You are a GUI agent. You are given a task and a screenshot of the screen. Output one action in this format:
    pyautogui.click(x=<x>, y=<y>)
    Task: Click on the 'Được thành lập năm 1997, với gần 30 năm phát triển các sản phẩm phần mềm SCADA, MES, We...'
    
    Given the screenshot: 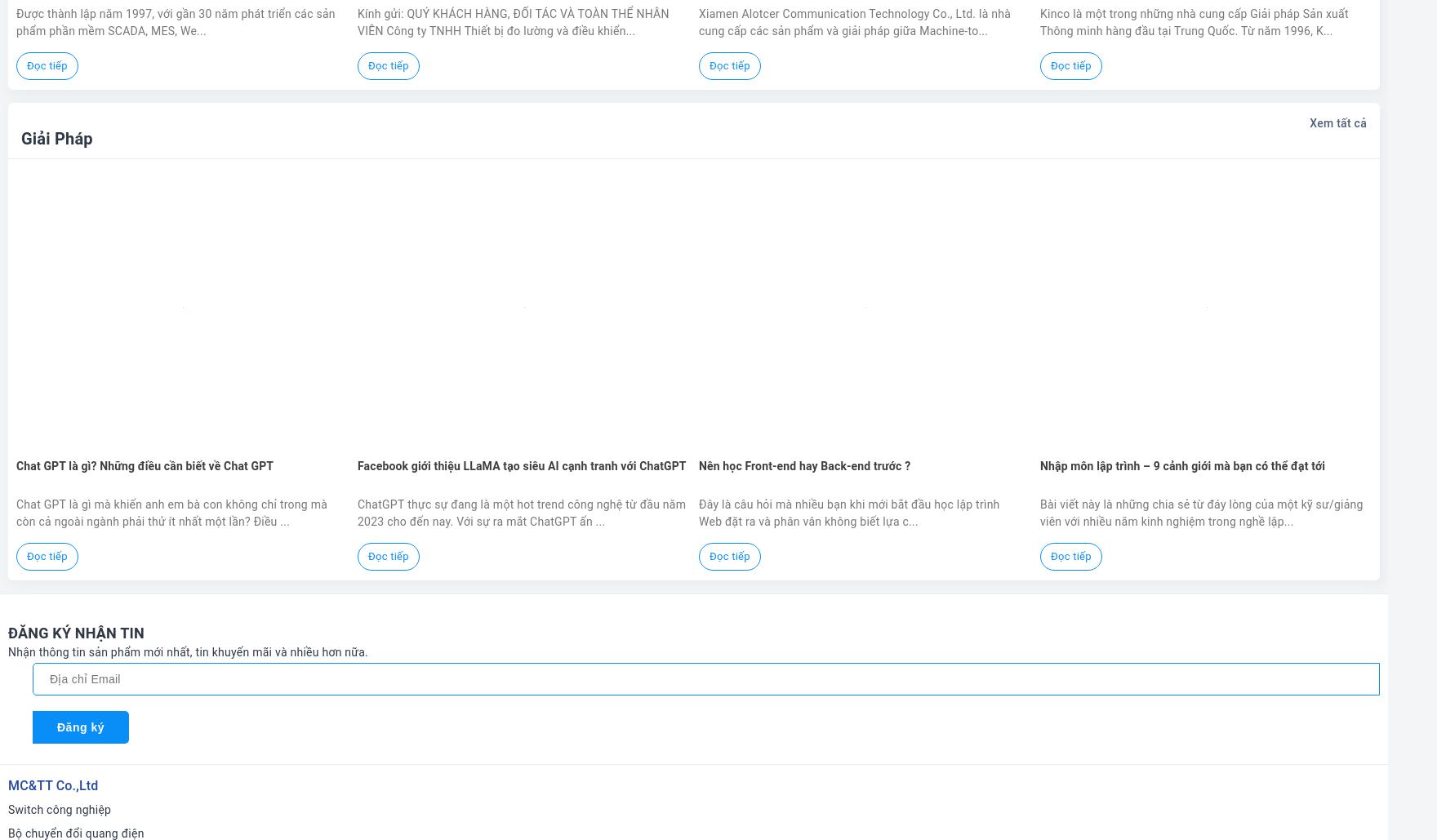 What is the action you would take?
    pyautogui.click(x=16, y=22)
    